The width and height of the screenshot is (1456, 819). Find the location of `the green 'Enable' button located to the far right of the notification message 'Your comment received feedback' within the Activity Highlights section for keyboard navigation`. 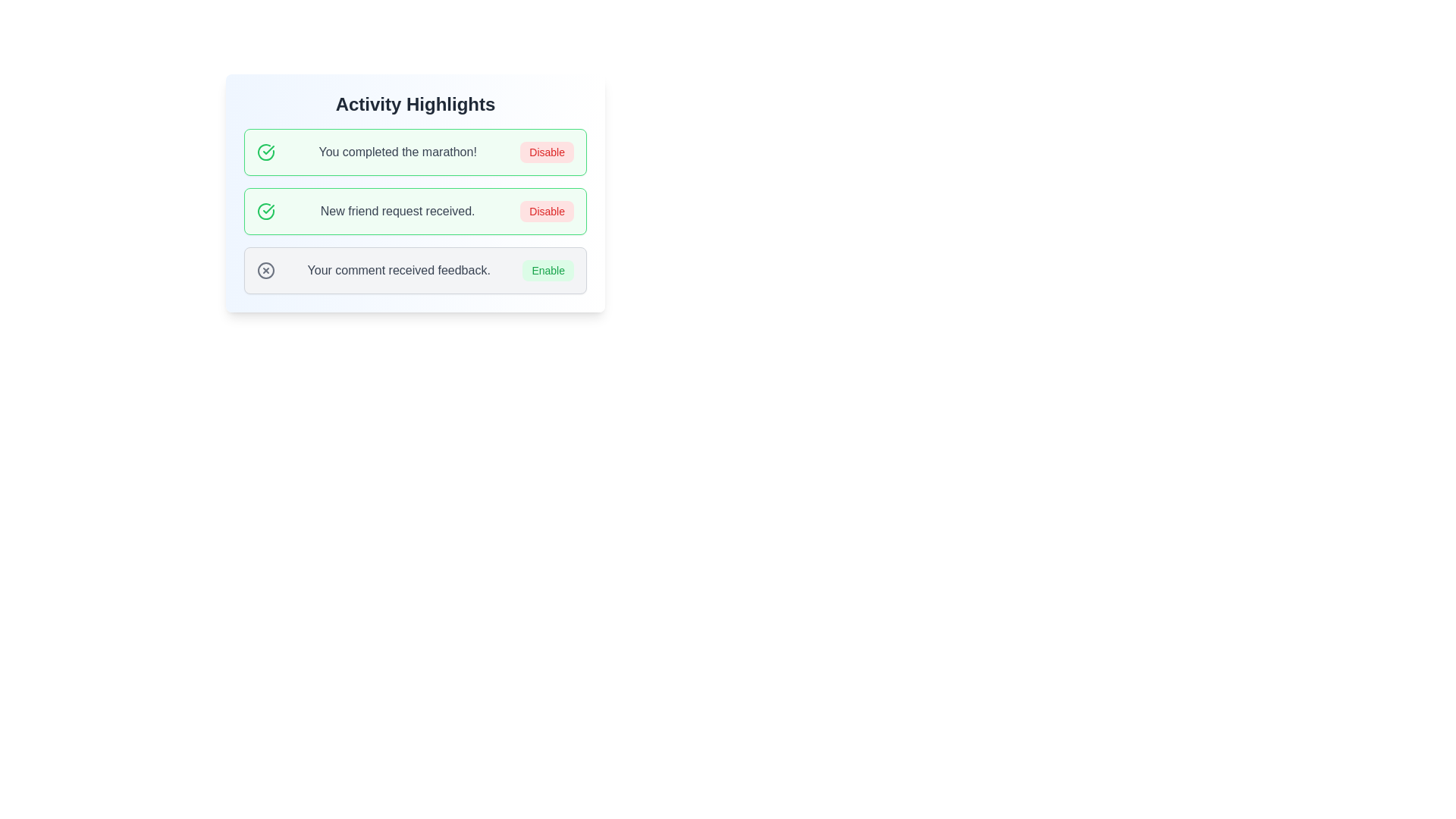

the green 'Enable' button located to the far right of the notification message 'Your comment received feedback' within the Activity Highlights section for keyboard navigation is located at coordinates (548, 270).